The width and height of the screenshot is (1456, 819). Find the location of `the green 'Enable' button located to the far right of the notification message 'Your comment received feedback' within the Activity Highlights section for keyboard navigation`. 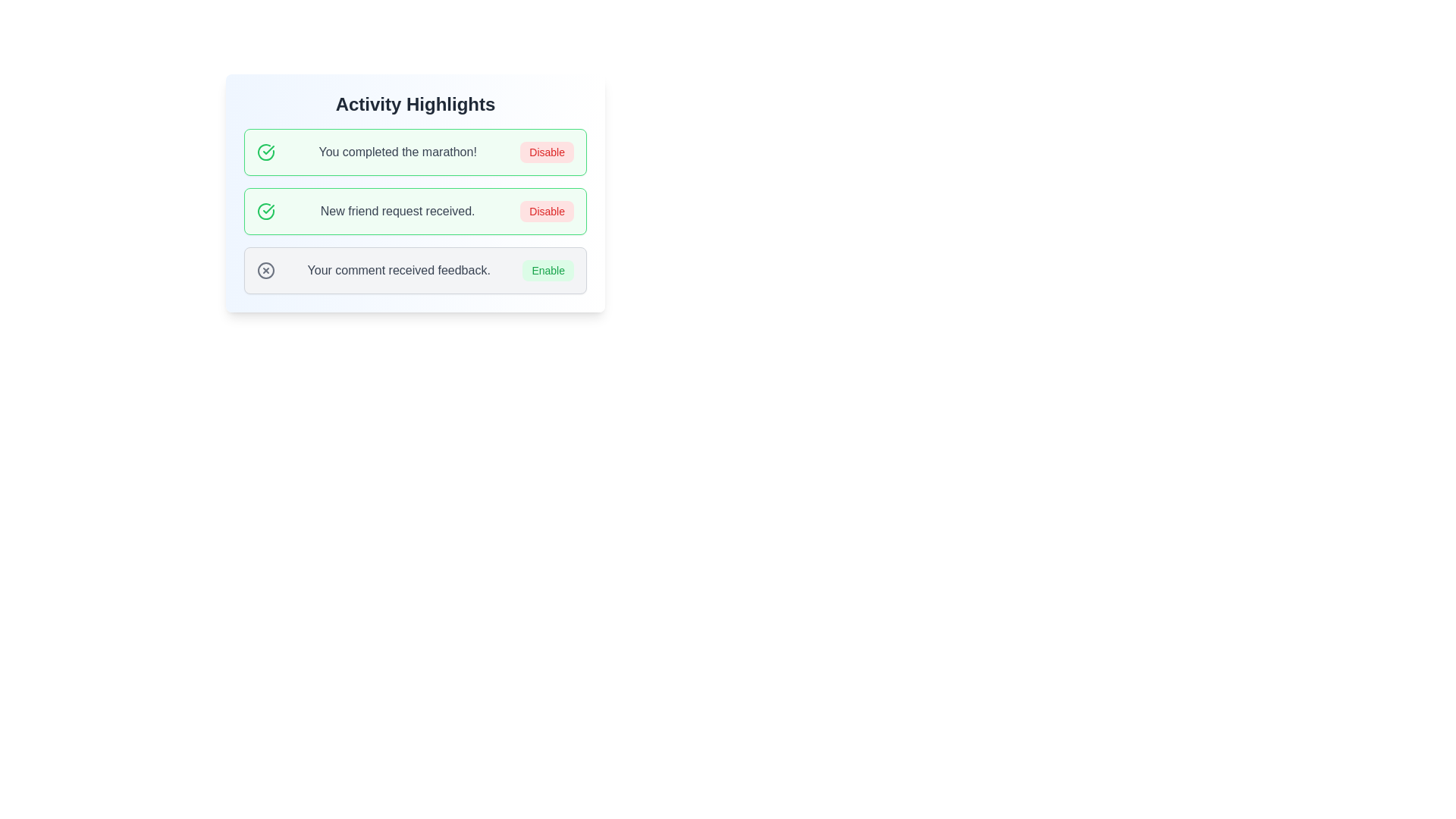

the green 'Enable' button located to the far right of the notification message 'Your comment received feedback' within the Activity Highlights section for keyboard navigation is located at coordinates (548, 270).